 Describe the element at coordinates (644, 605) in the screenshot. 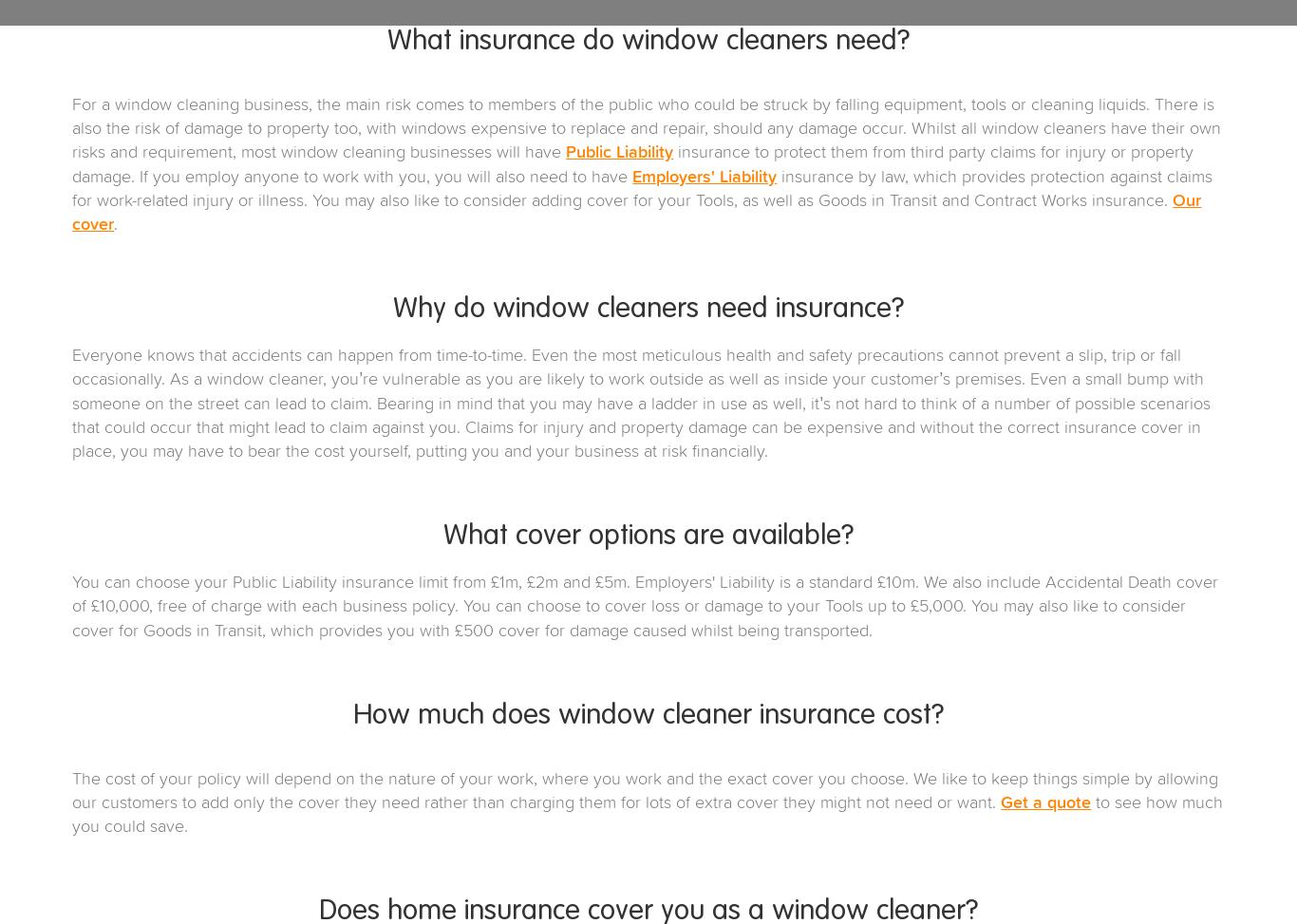

I see `'You can choose your Public Liability insurance limit from £1m, £2m and £5m. Employers' Liability is a standard £10m. We also include Accidental Death cover of £10,000, free of charge with each business policy. You can choose to cover loss or damage to your Tools  up to £5,000. You may also like to consider cover for Goods in Transit, which provides you with £500 cover for damage caused whilst being transported.'` at that location.